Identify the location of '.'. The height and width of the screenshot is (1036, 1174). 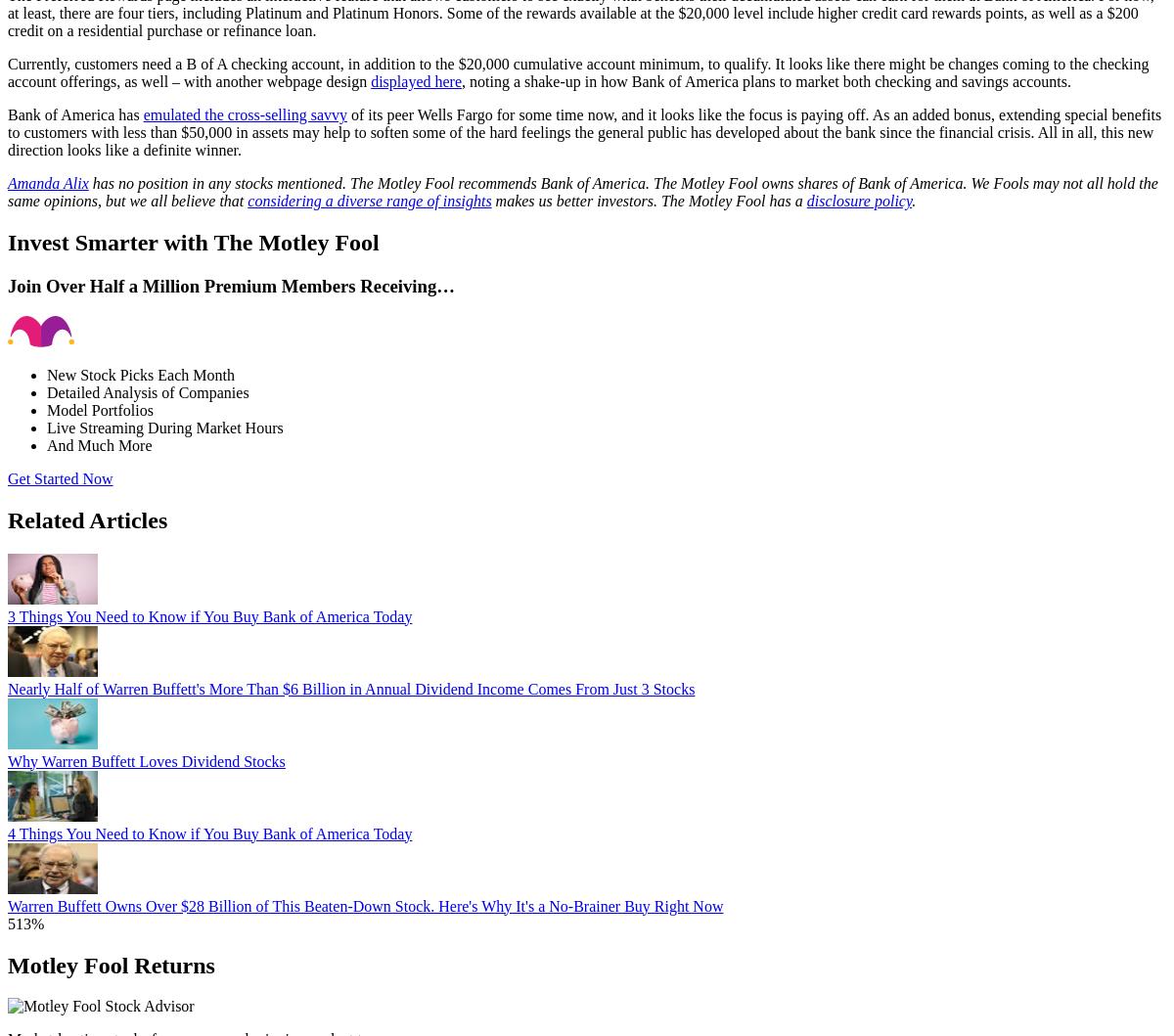
(913, 200).